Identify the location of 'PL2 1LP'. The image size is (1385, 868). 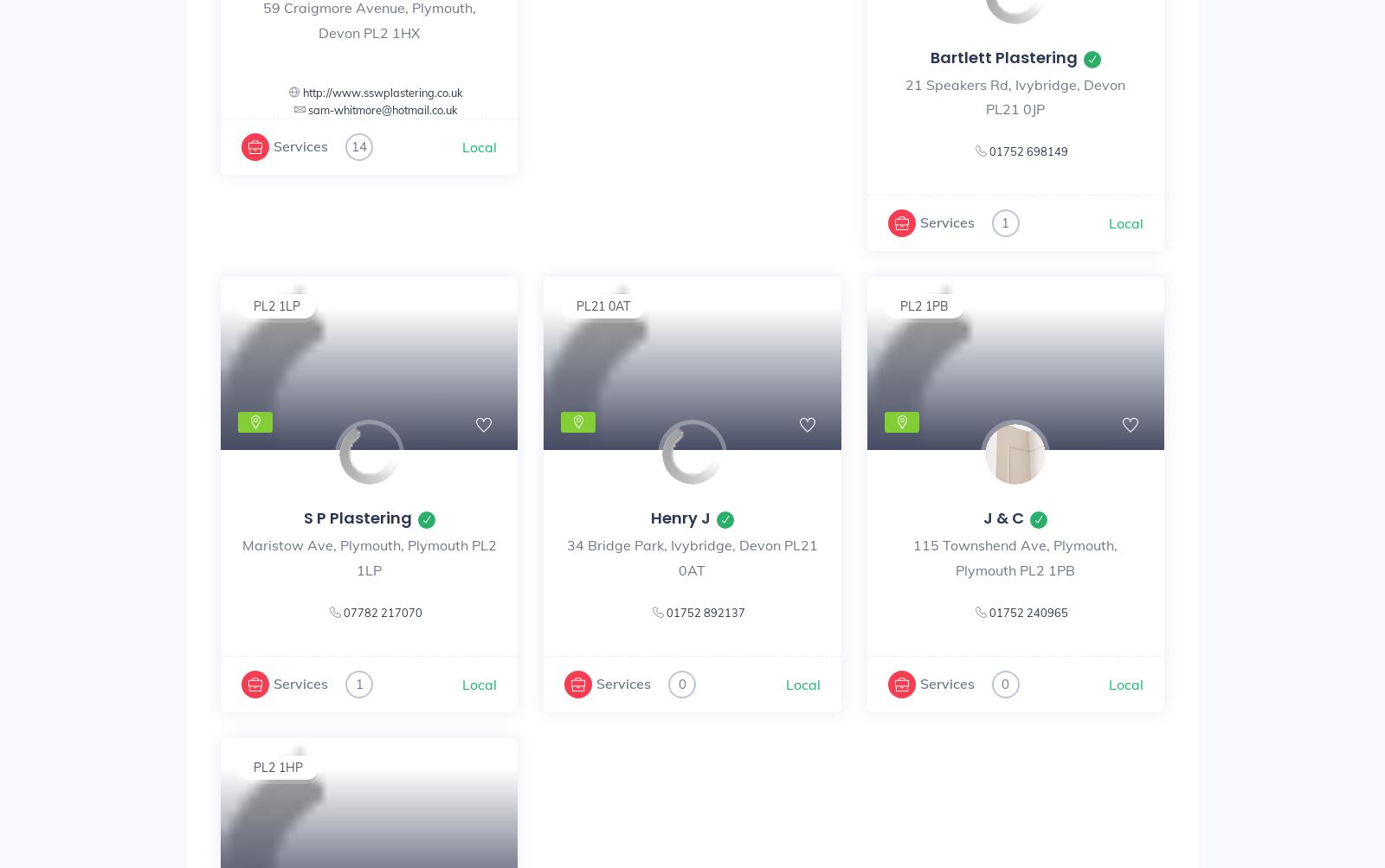
(277, 305).